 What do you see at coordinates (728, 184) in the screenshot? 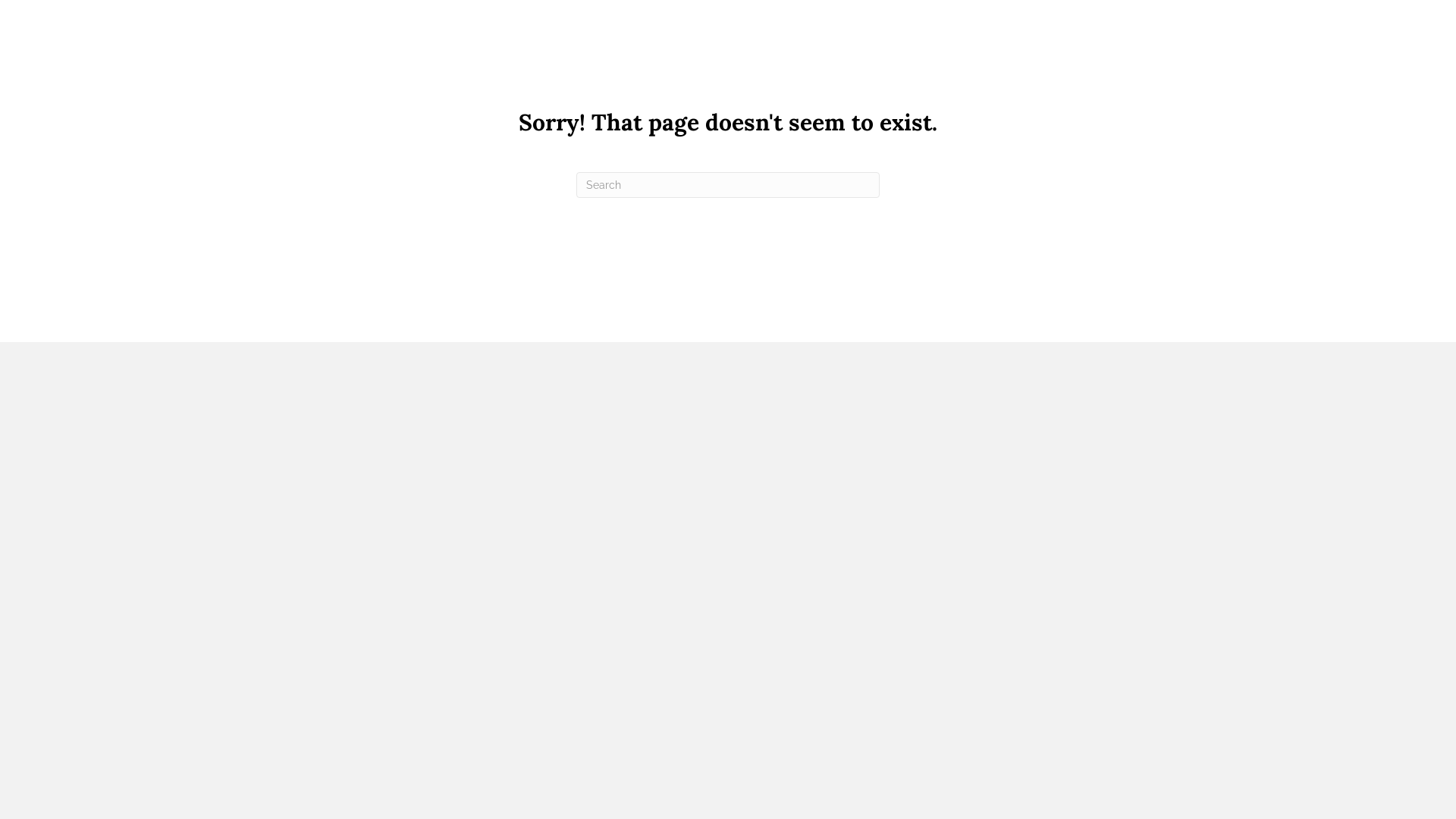
I see `'Type and press Enter to search.'` at bounding box center [728, 184].